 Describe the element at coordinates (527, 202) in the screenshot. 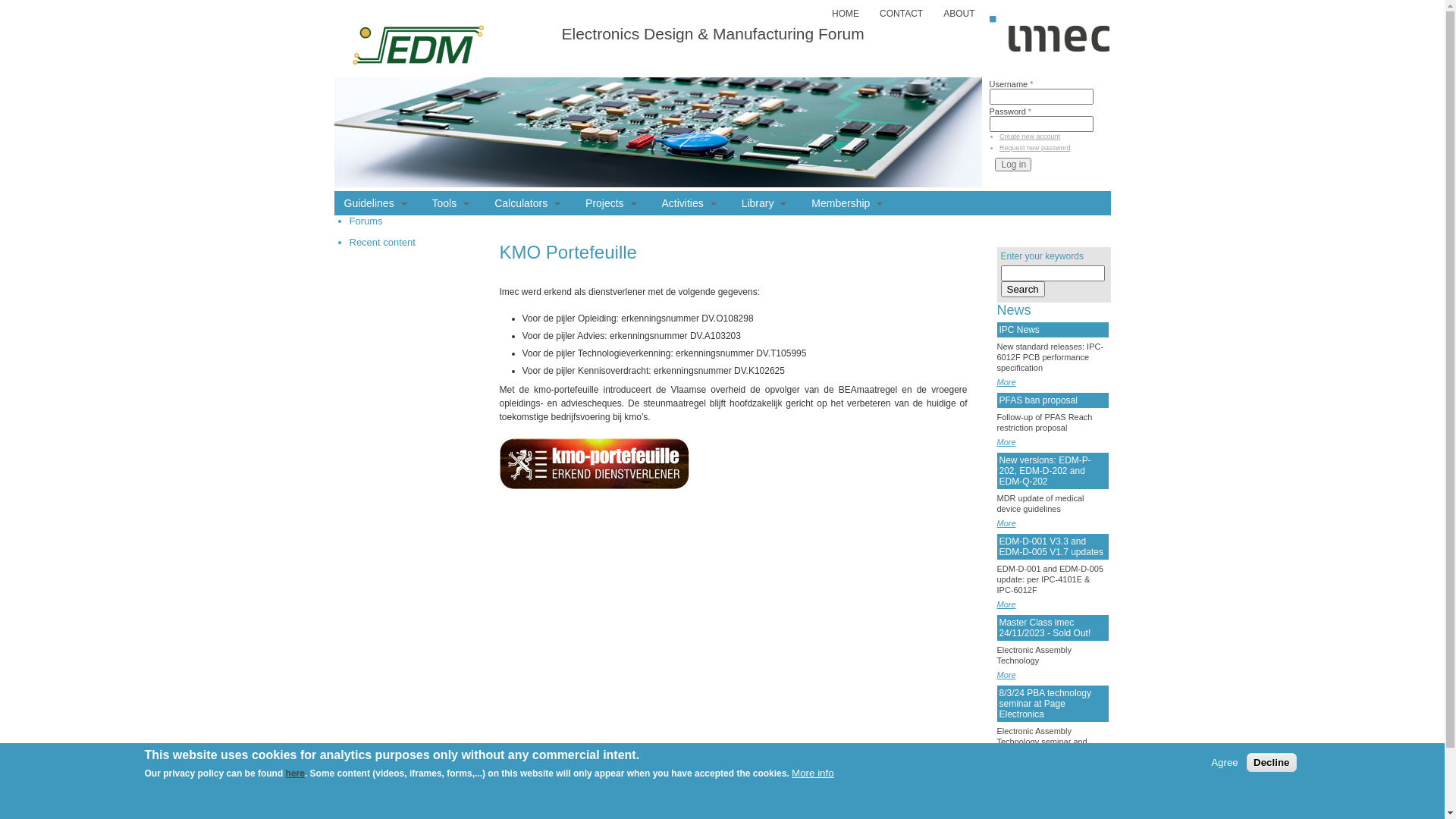

I see `'Calculators'` at that location.